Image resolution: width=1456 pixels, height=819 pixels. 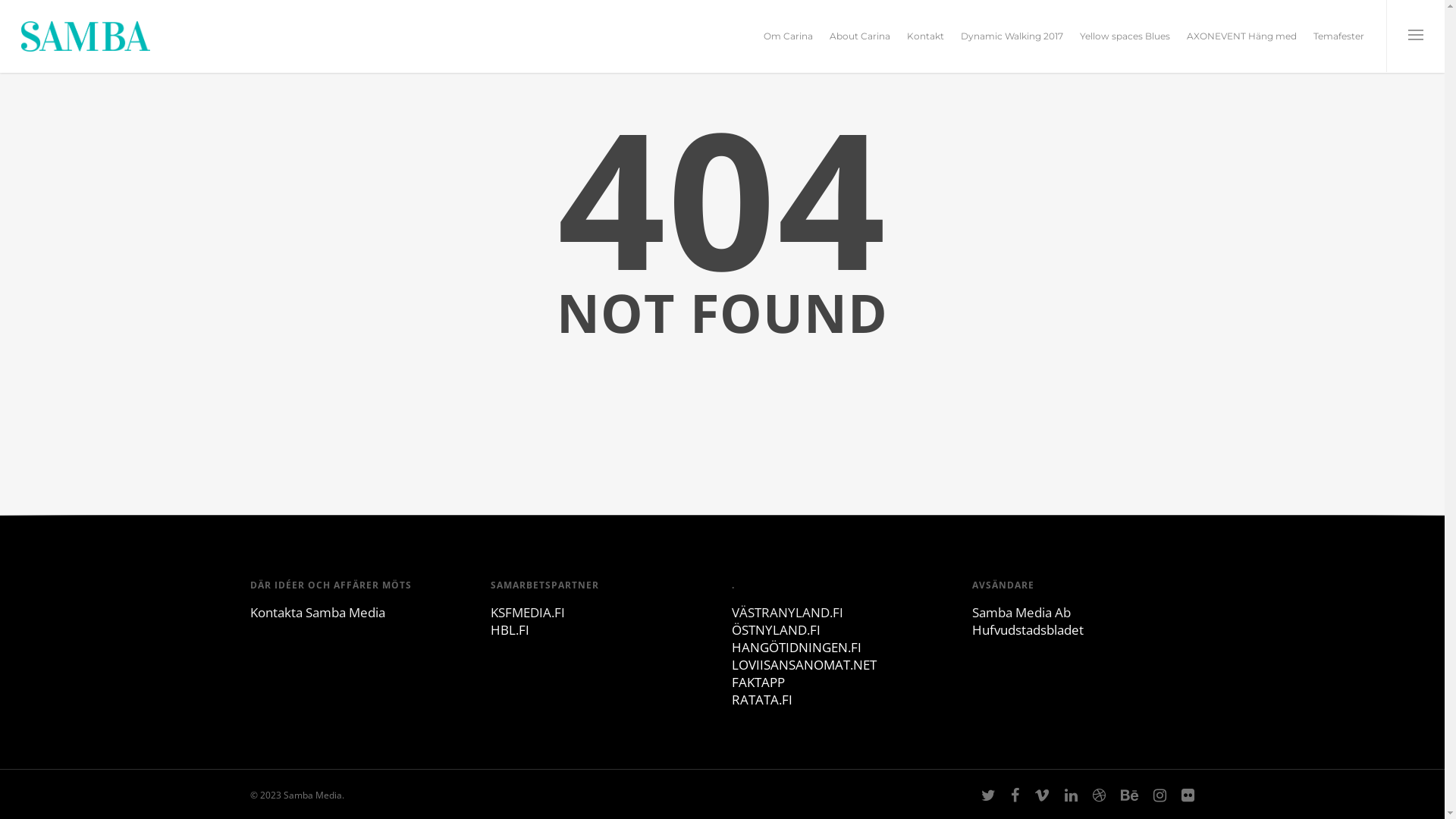 I want to click on 'HBL.FI', so click(x=510, y=629).